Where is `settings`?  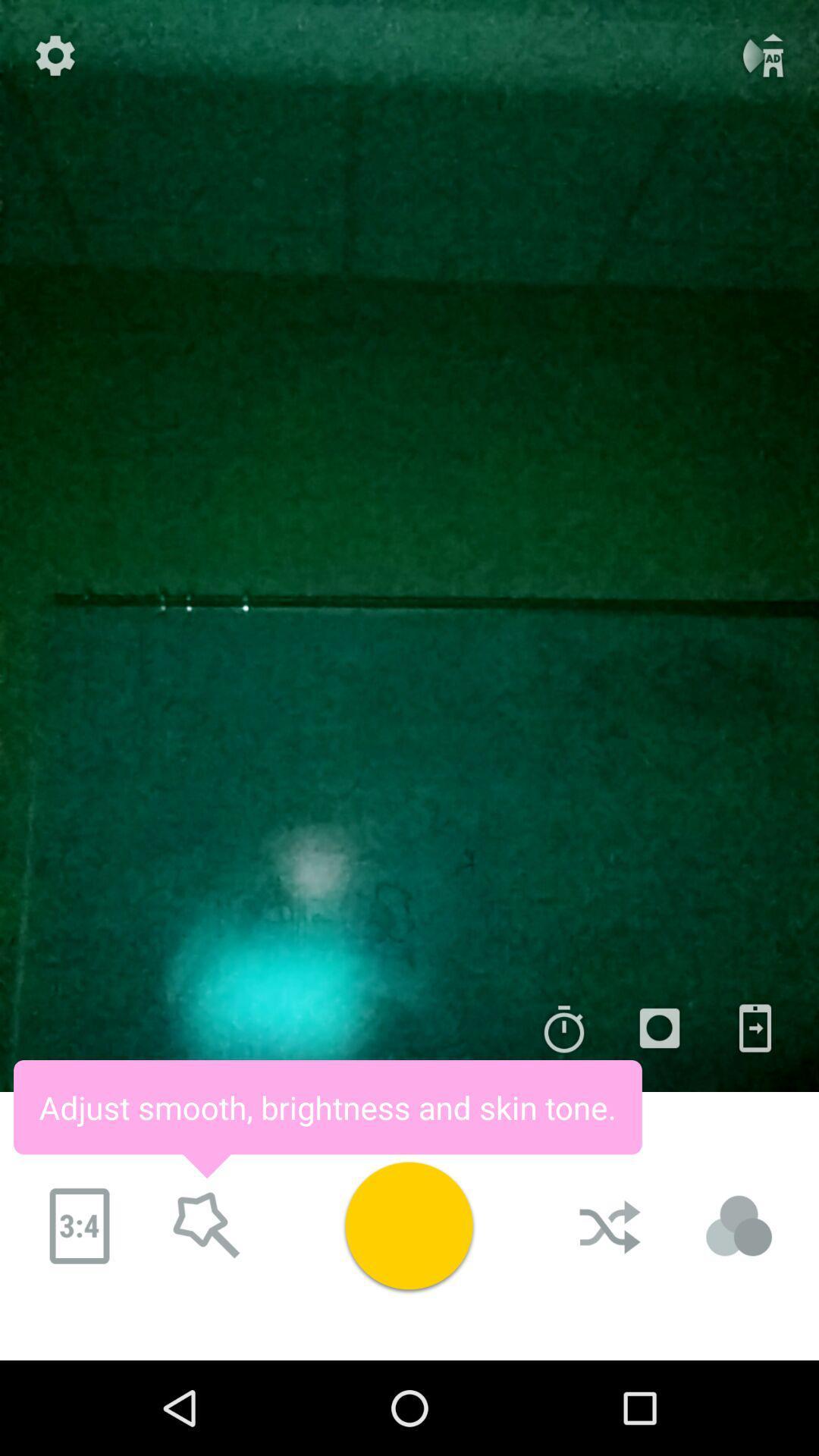 settings is located at coordinates (55, 55).